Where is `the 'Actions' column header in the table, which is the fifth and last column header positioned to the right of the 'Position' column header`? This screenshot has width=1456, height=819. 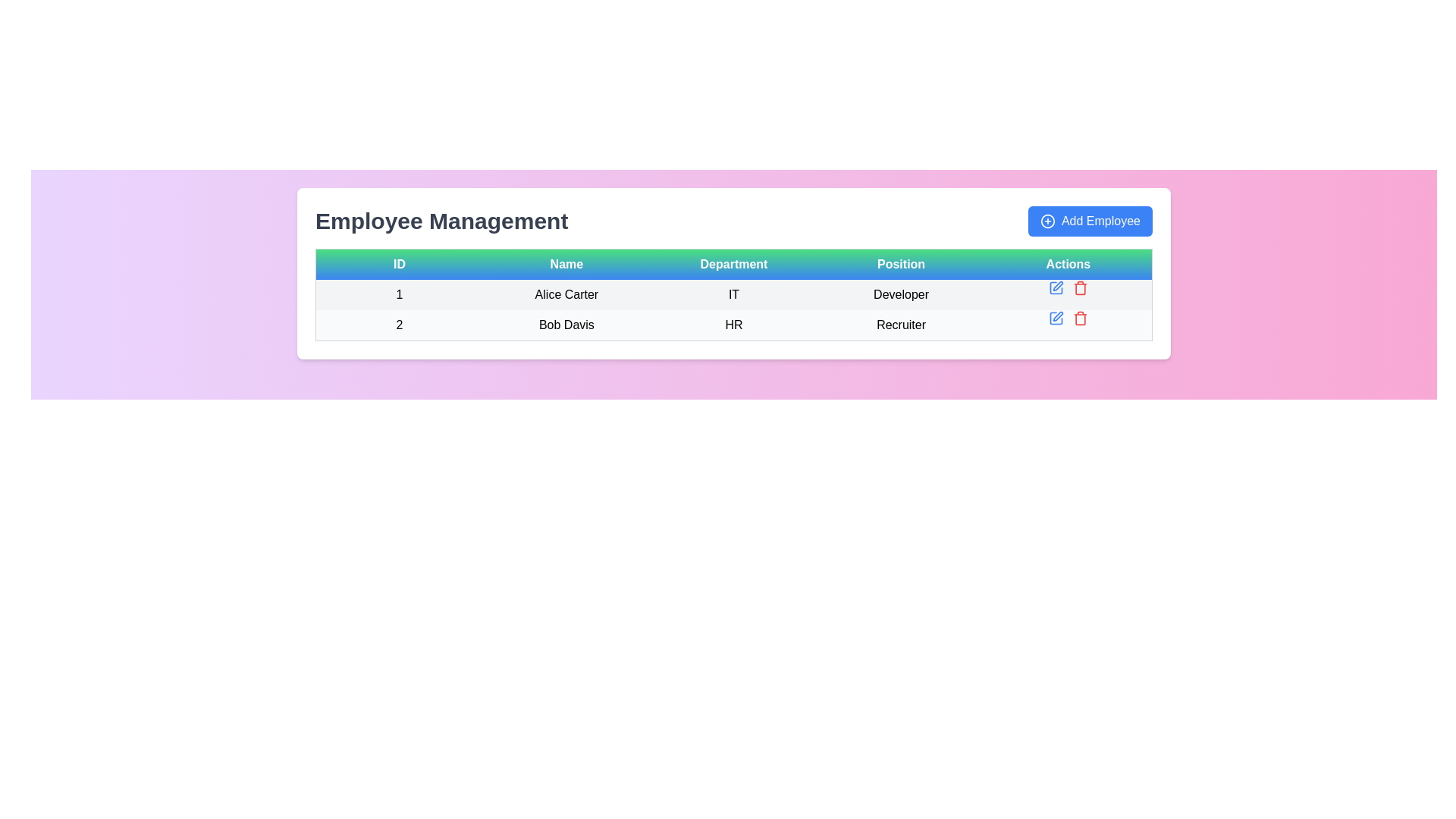 the 'Actions' column header in the table, which is the fifth and last column header positioned to the right of the 'Position' column header is located at coordinates (1068, 263).